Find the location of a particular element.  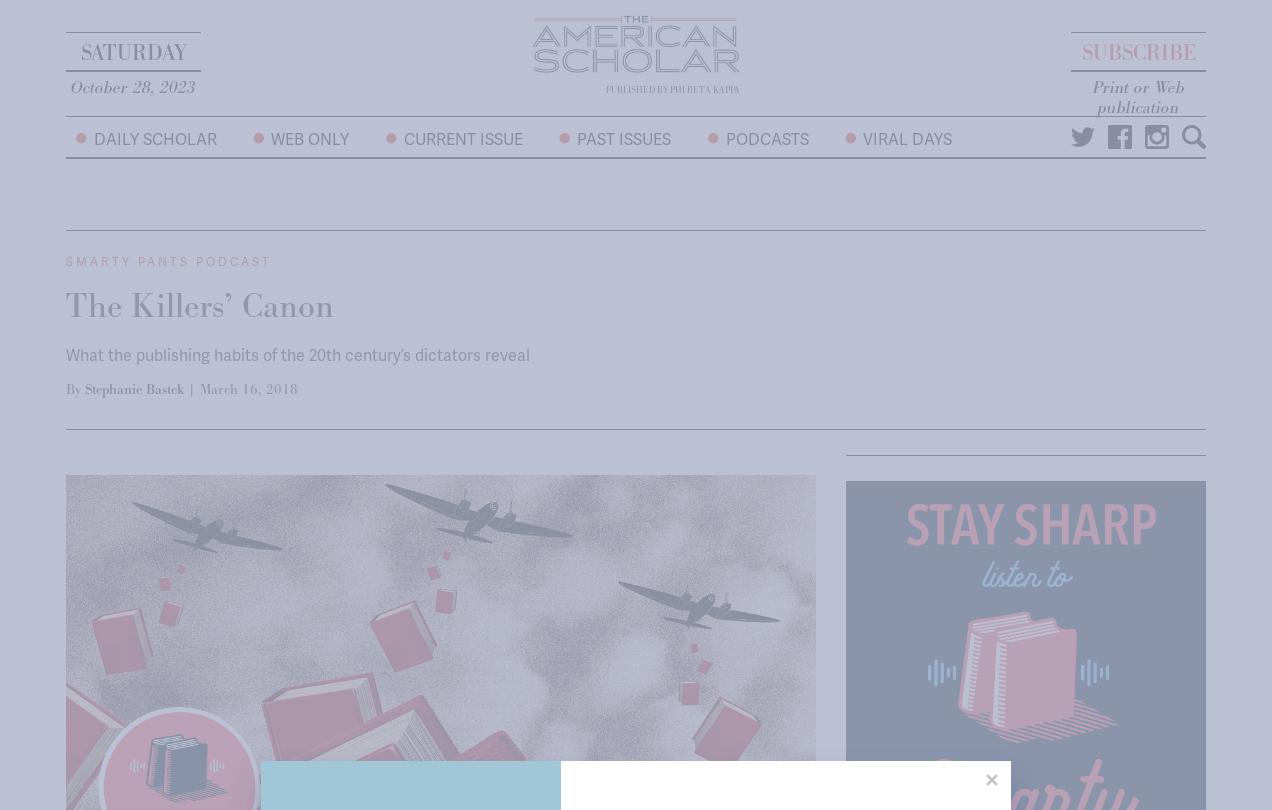

'Current Issue' is located at coordinates (461, 186).